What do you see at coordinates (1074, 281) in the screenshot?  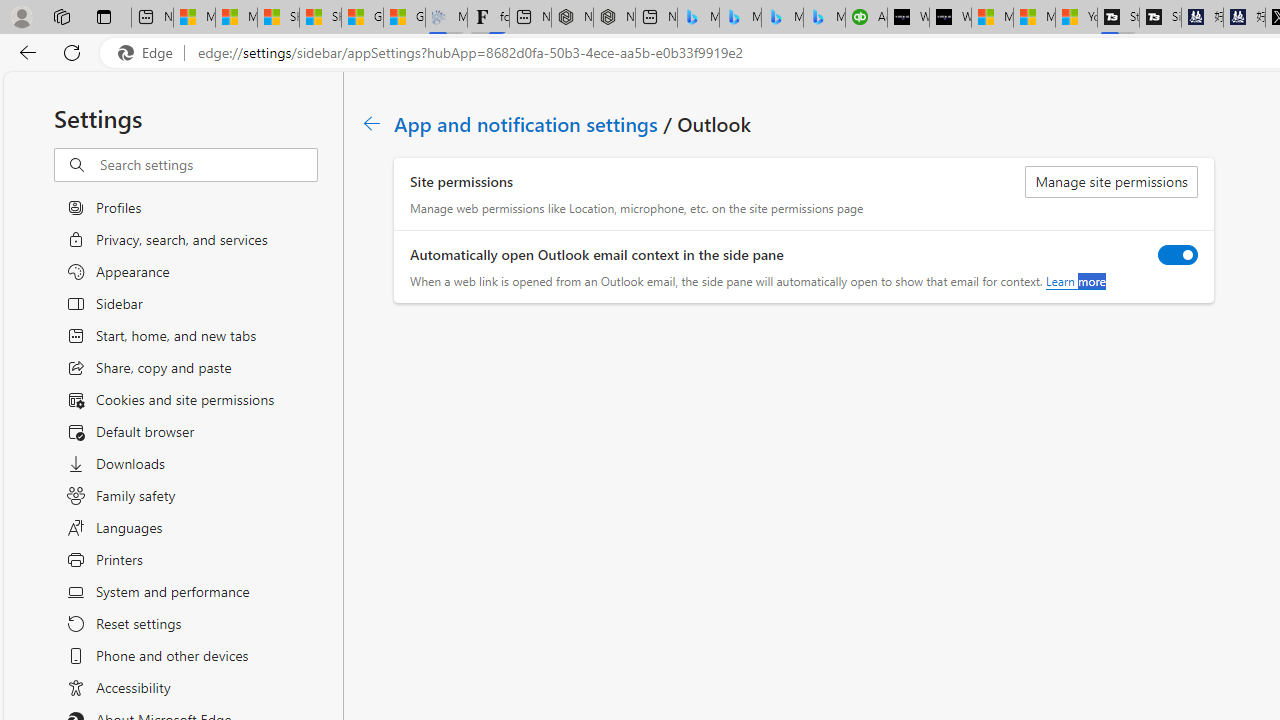 I see `'Learn more'` at bounding box center [1074, 281].